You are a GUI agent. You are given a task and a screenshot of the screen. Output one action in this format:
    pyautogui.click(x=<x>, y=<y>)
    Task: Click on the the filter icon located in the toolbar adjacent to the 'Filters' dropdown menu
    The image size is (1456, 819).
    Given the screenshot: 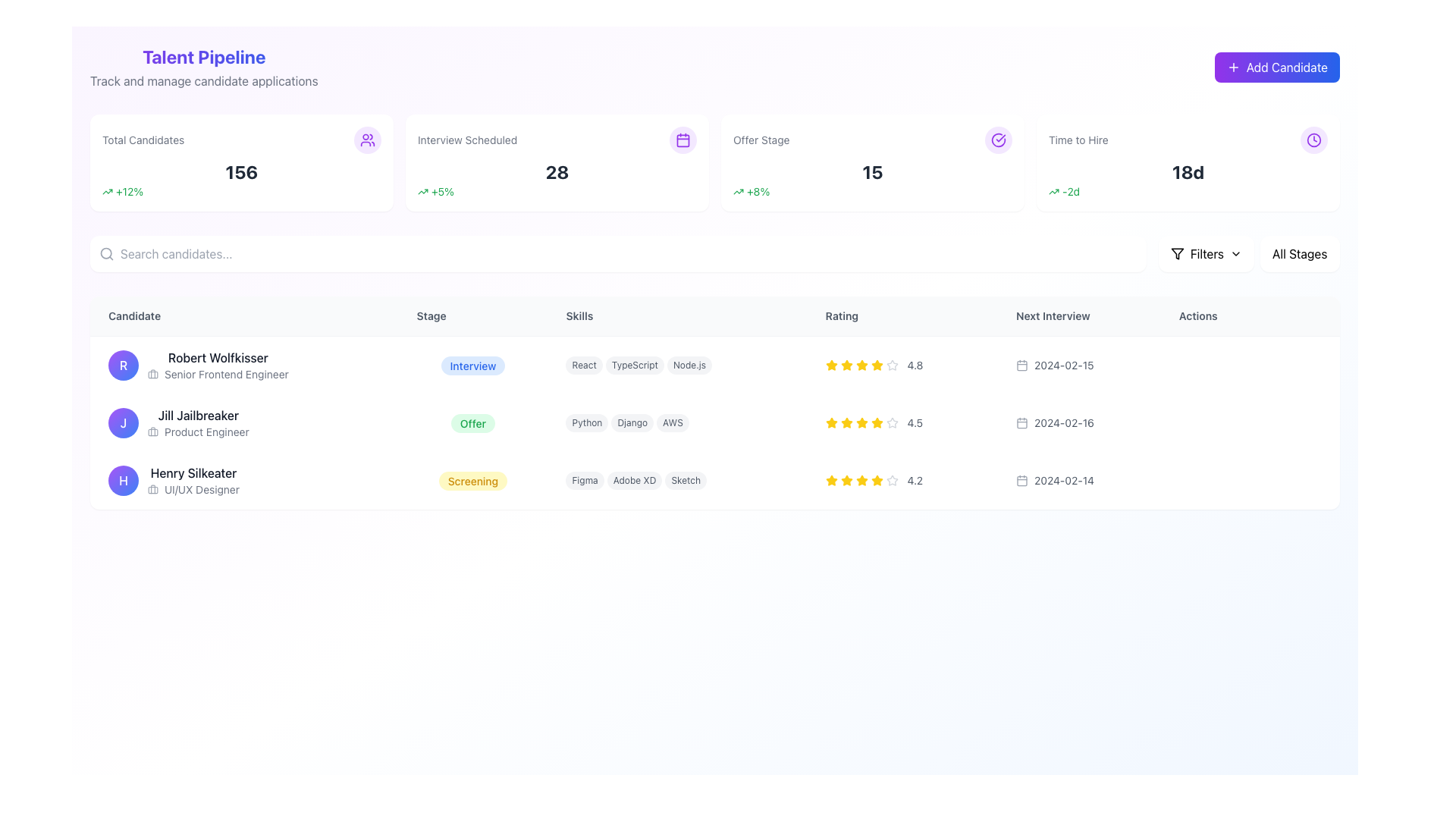 What is the action you would take?
    pyautogui.click(x=1176, y=253)
    